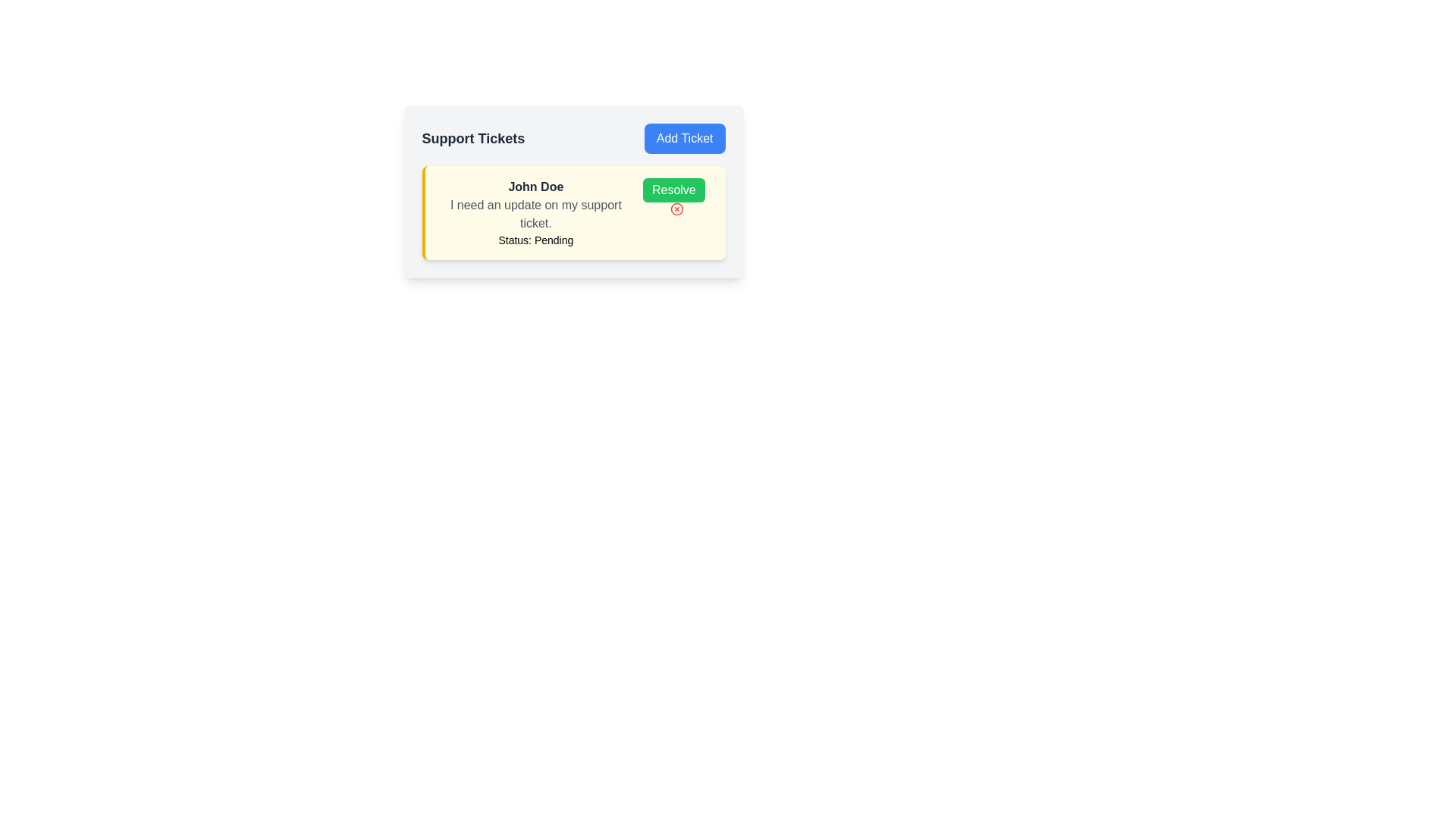 The width and height of the screenshot is (1456, 819). I want to click on the 'Add Ticket' button, which is a bright blue rectangular button with rounded corners, so click(683, 138).